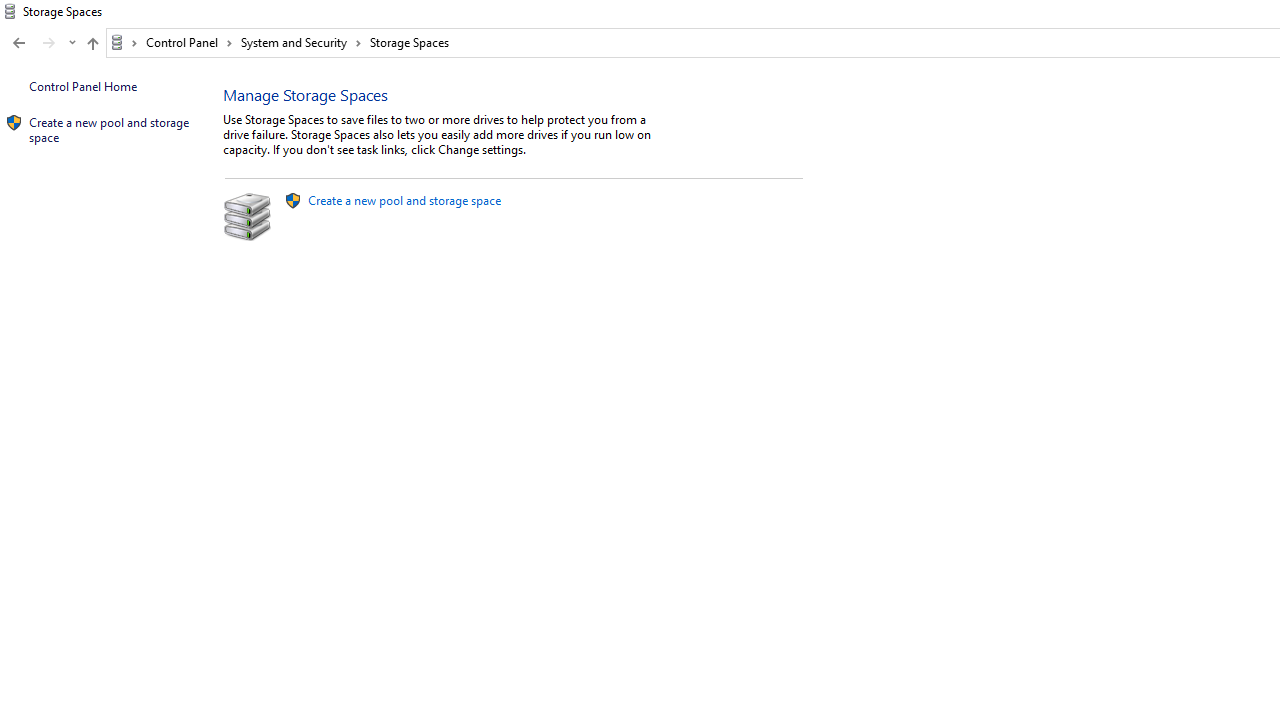 This screenshot has width=1280, height=720. Describe the element at coordinates (19, 43) in the screenshot. I see `'Back to System and Security (Alt + Left Arrow)'` at that location.